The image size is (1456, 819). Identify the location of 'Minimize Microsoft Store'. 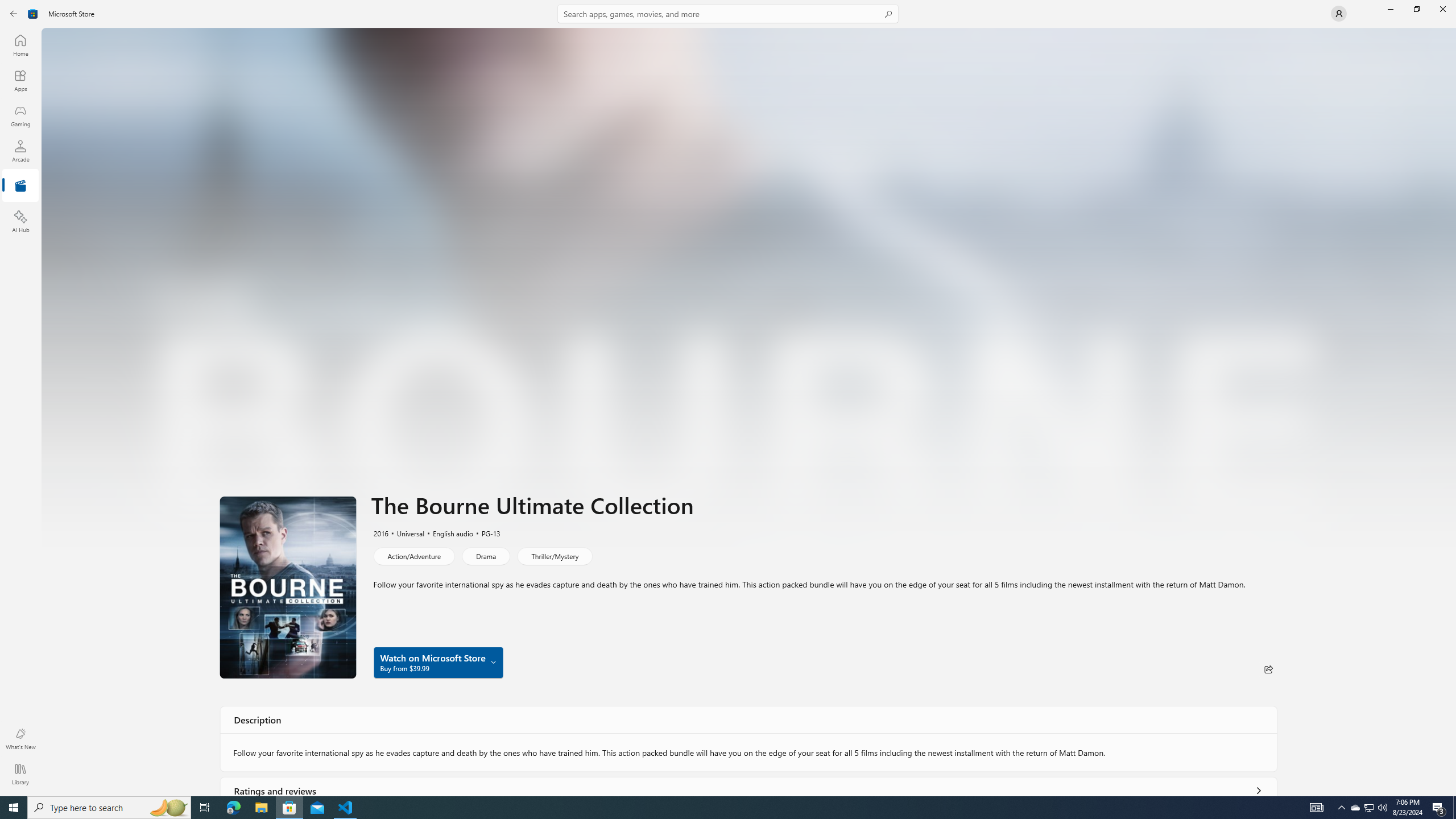
(1389, 9).